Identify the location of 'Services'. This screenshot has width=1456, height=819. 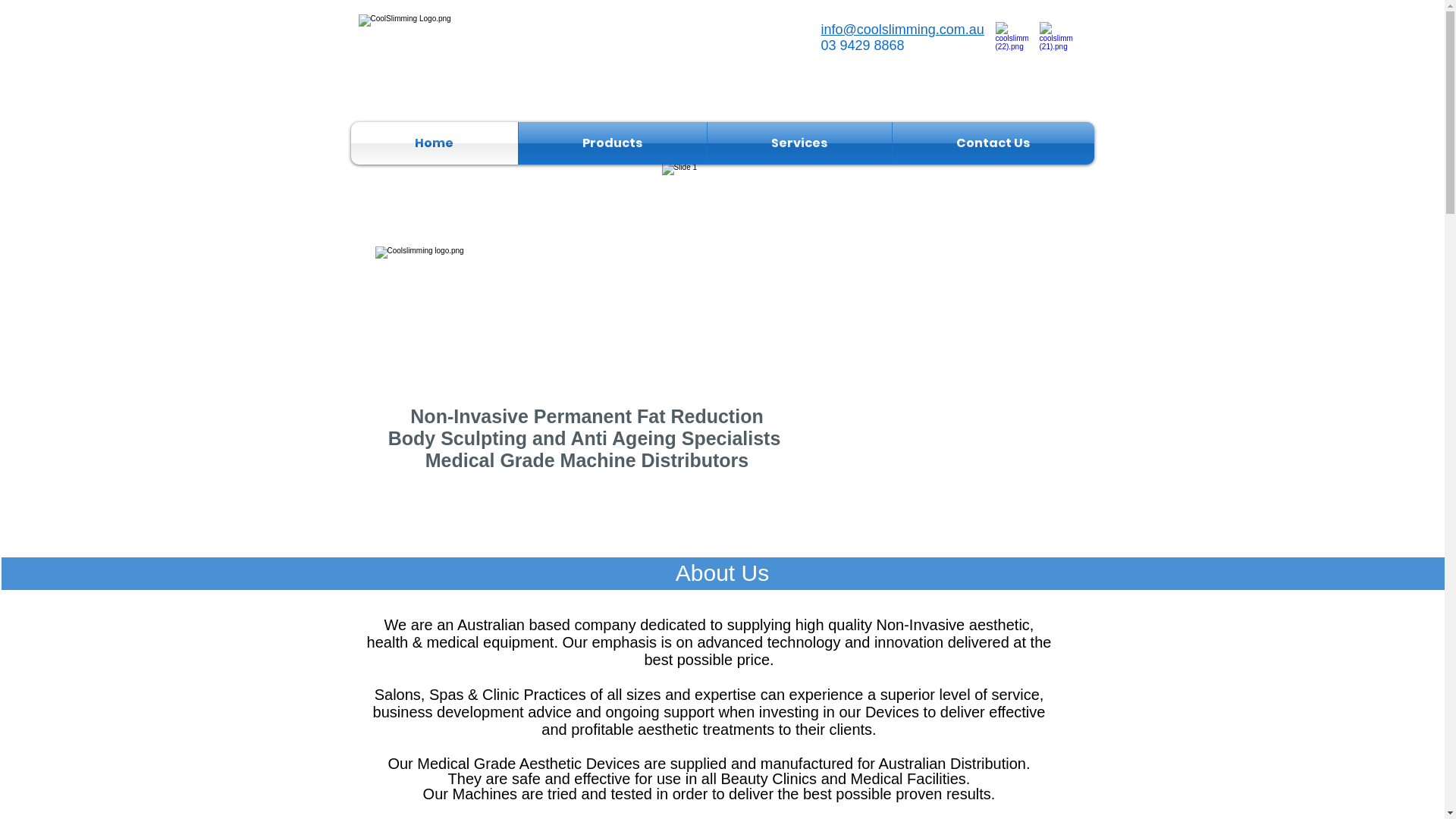
(798, 143).